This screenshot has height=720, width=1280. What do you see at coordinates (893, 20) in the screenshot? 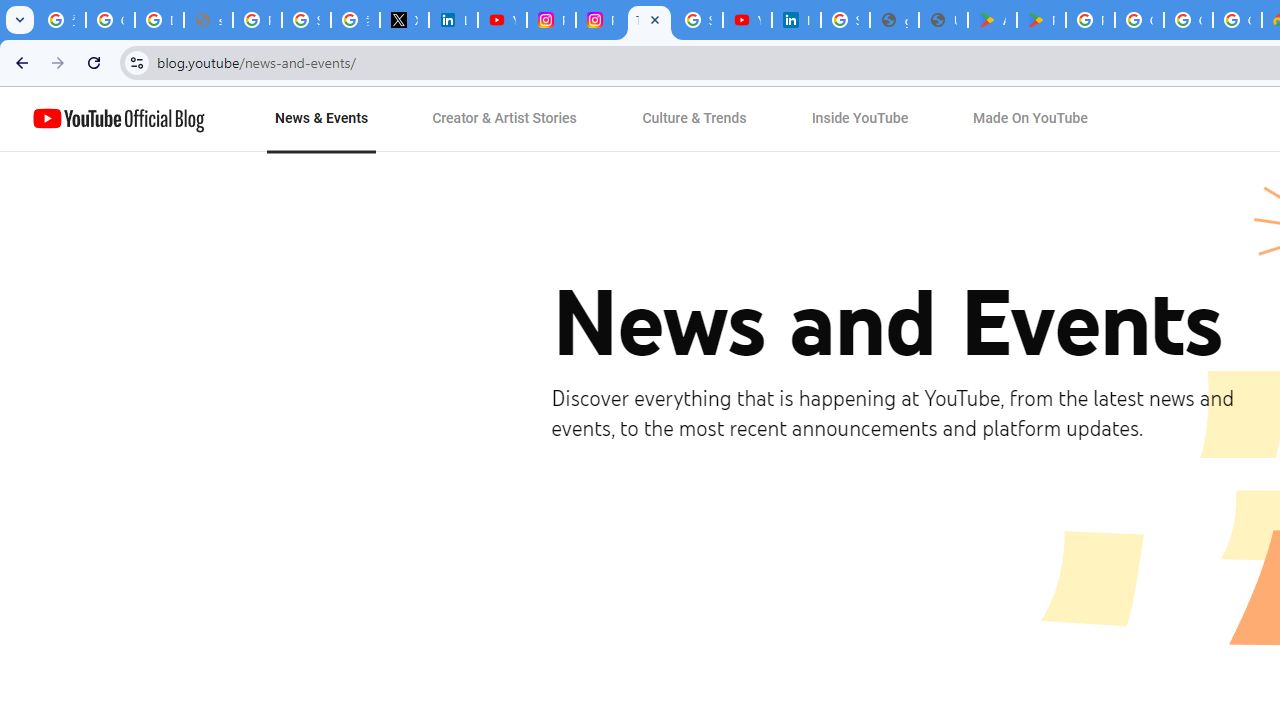
I see `'google_privacy_policy_en.pdf'` at bounding box center [893, 20].